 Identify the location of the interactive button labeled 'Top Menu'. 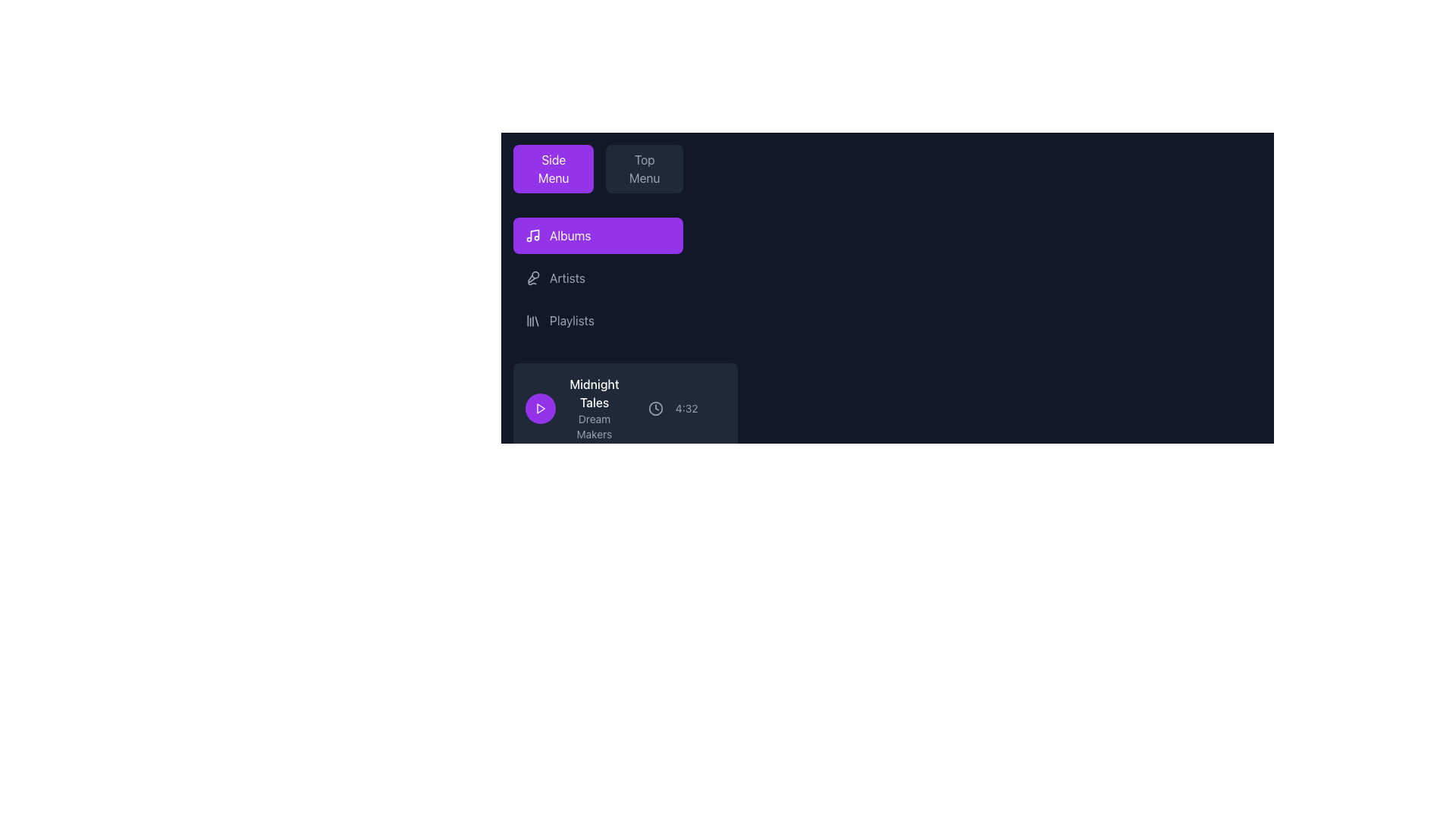
(645, 169).